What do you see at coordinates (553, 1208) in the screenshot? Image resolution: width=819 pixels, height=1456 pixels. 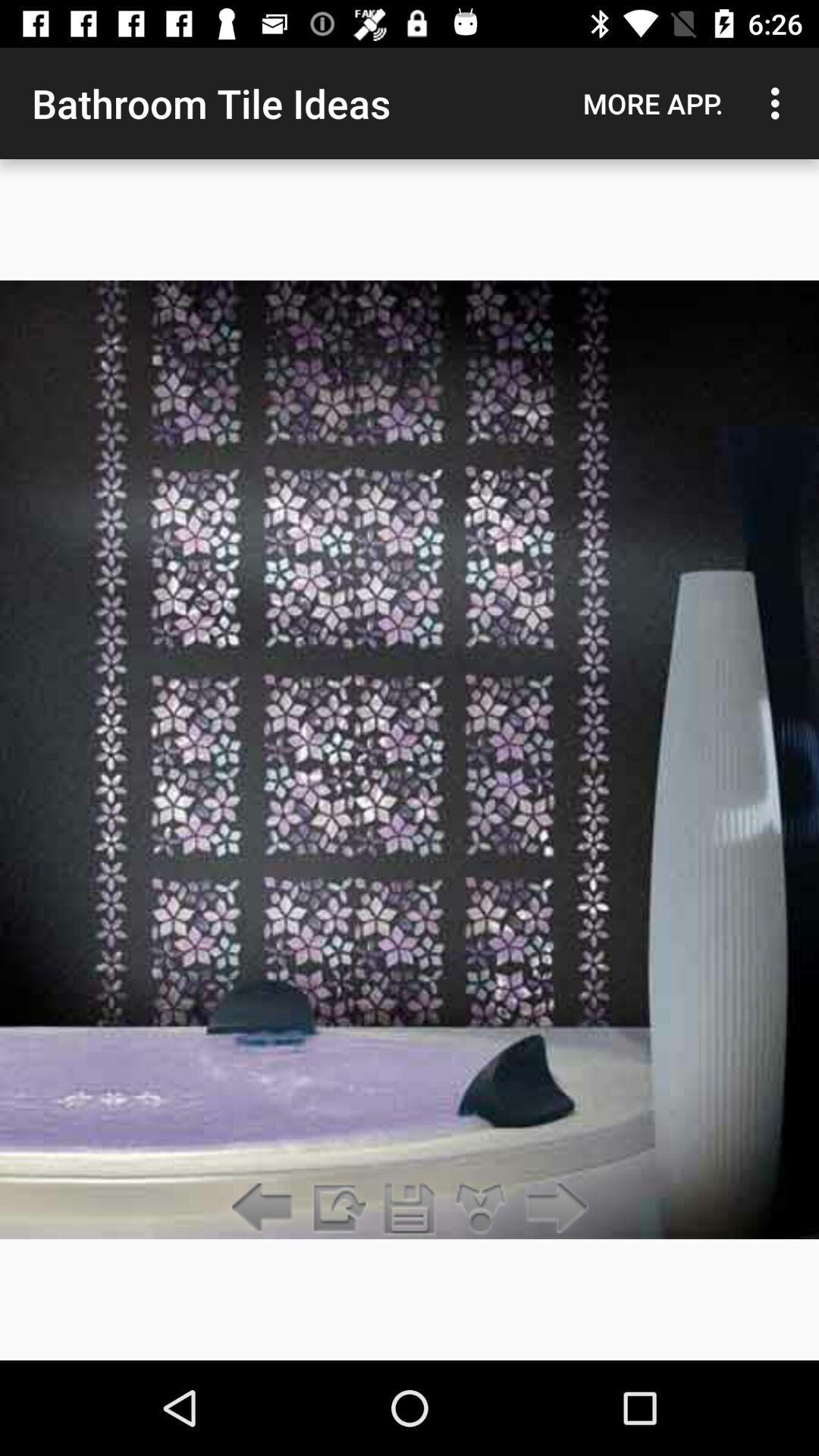 I see `the arrow_forward icon` at bounding box center [553, 1208].